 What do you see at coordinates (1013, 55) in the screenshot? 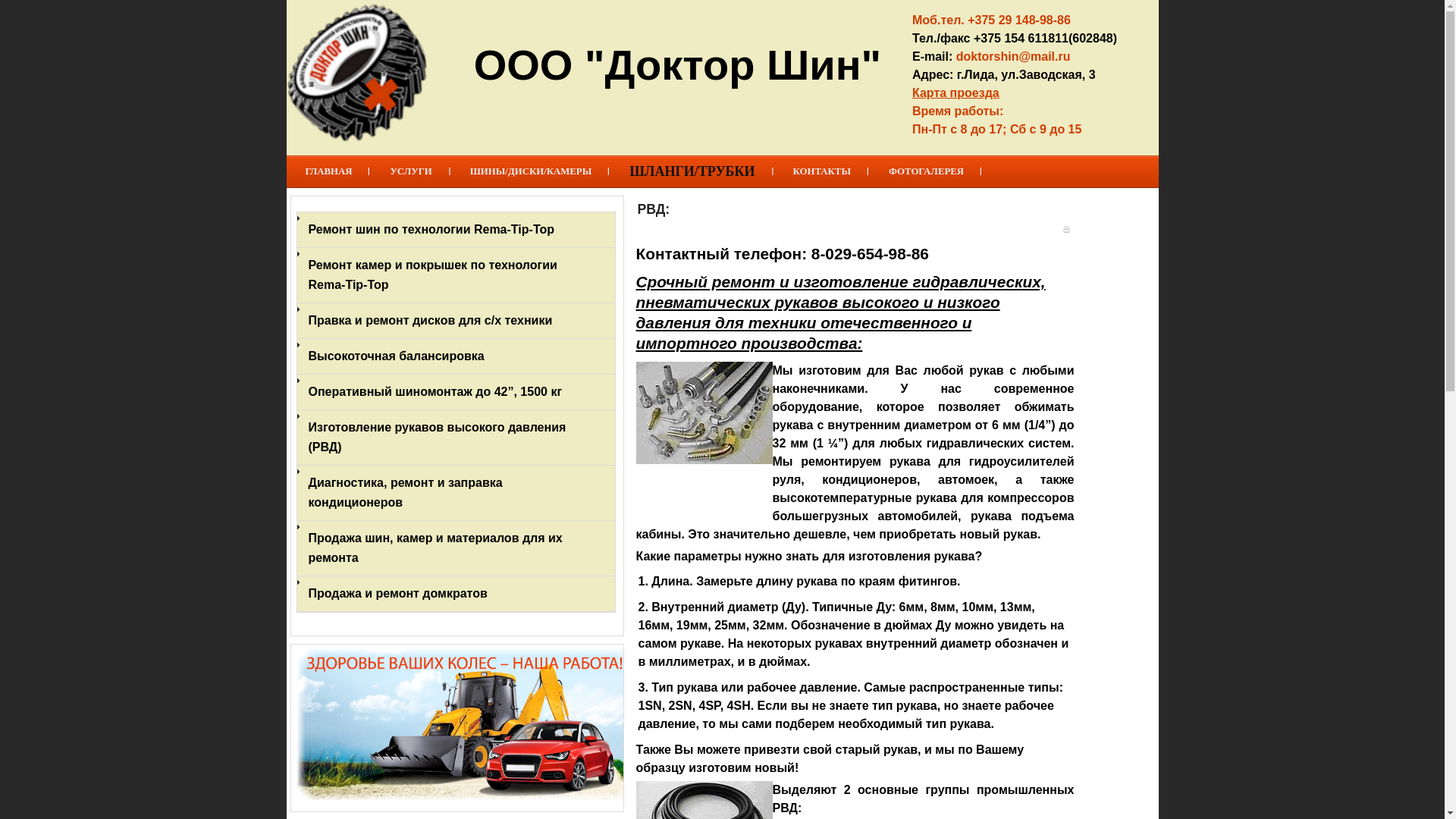
I see `'doktorshin@mail.ru'` at bounding box center [1013, 55].